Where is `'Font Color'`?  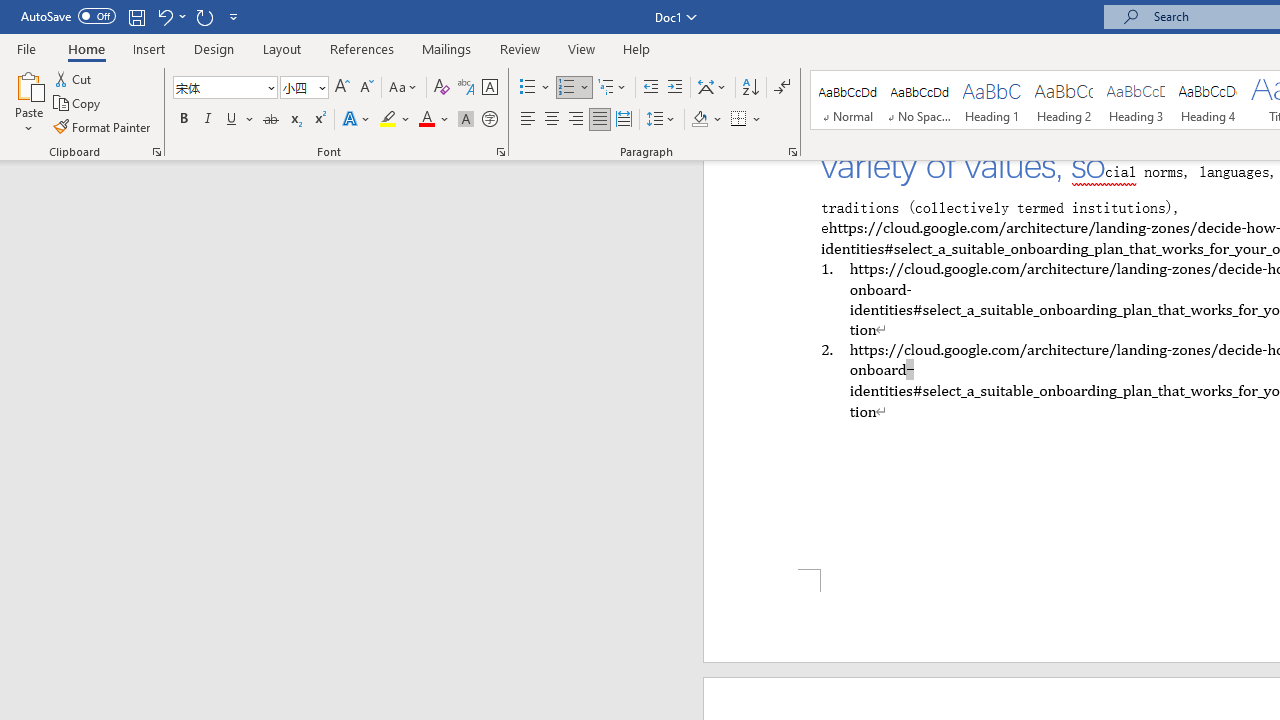
'Font Color' is located at coordinates (433, 119).